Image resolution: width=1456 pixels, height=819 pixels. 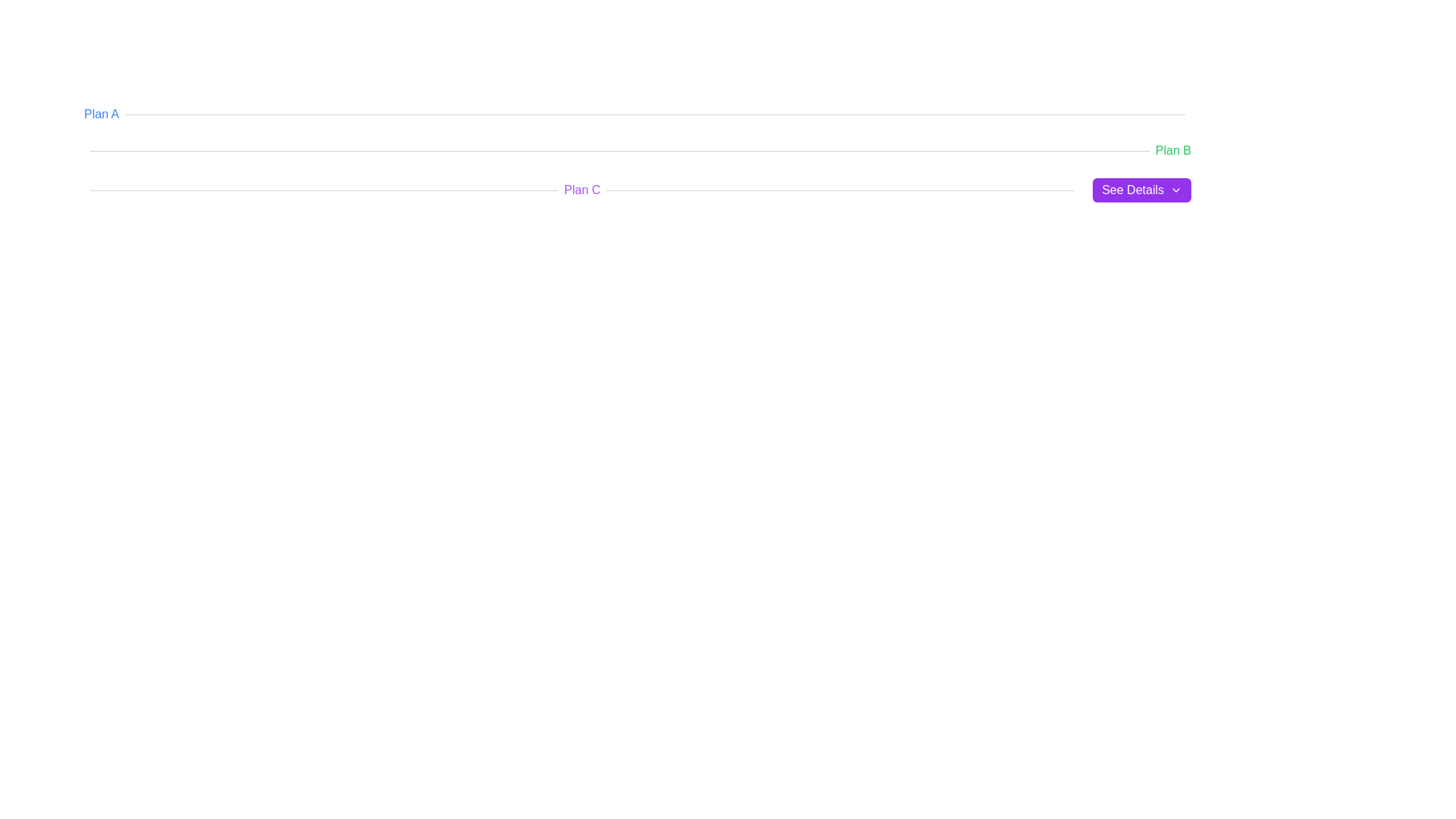 I want to click on the horizontal rule or divider located under the 'Plan C' section and to the left of the 'See Details' button, so click(x=839, y=189).